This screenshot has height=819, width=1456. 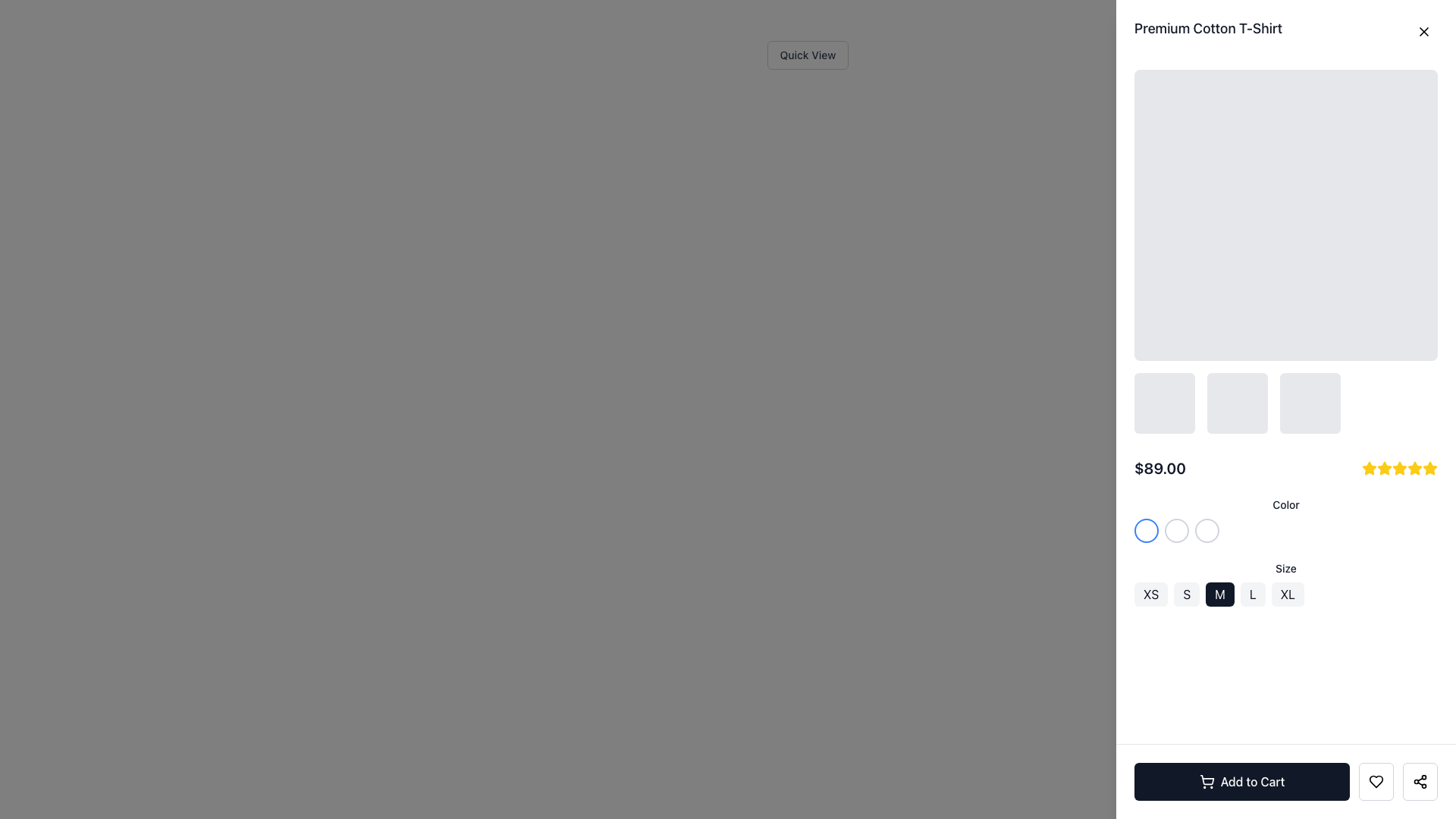 I want to click on the 'favorite' button located at the bottom-right area of the interface to mark the item as favorite, so click(x=1376, y=781).